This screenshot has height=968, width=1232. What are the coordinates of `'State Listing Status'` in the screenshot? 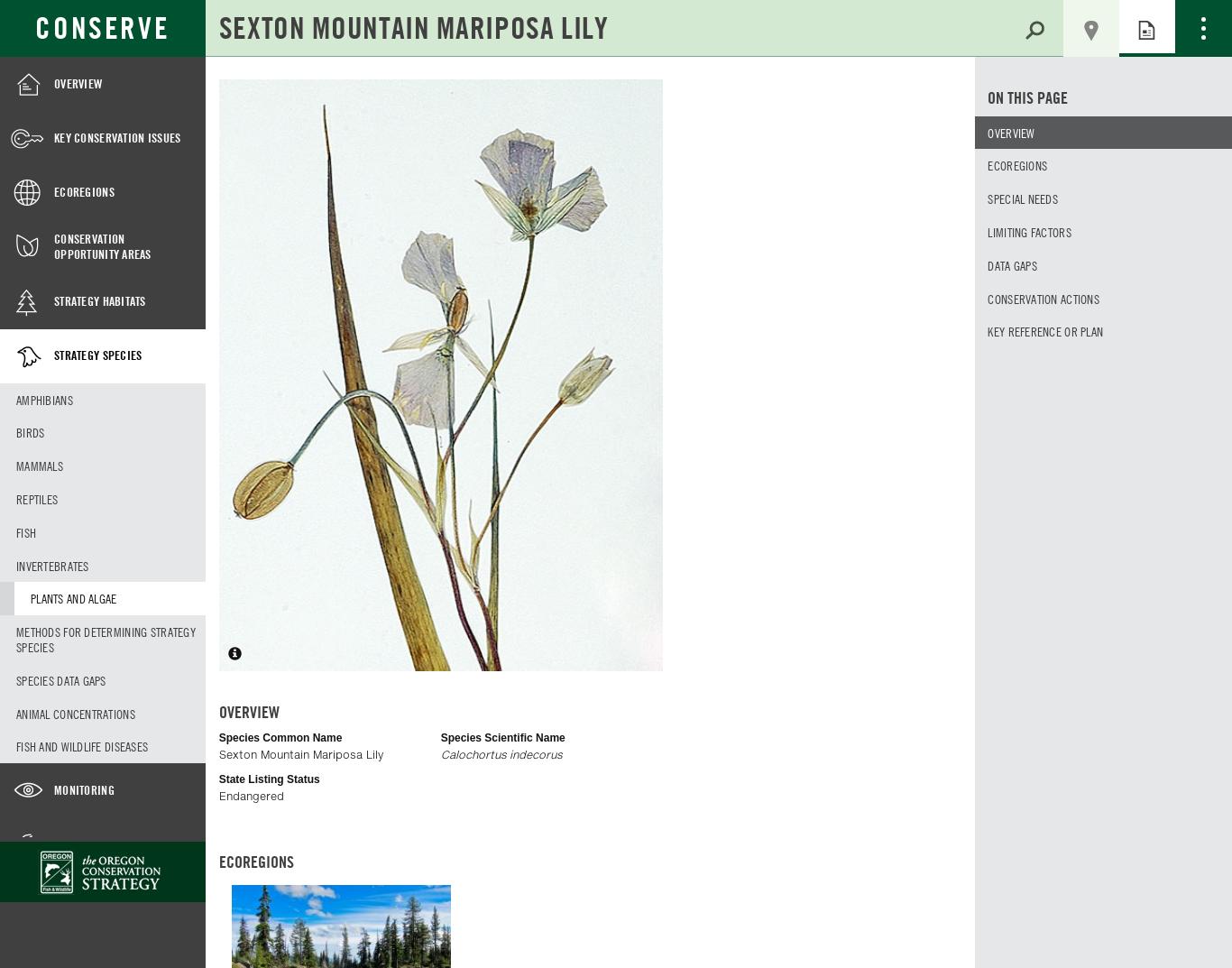 It's located at (218, 778).